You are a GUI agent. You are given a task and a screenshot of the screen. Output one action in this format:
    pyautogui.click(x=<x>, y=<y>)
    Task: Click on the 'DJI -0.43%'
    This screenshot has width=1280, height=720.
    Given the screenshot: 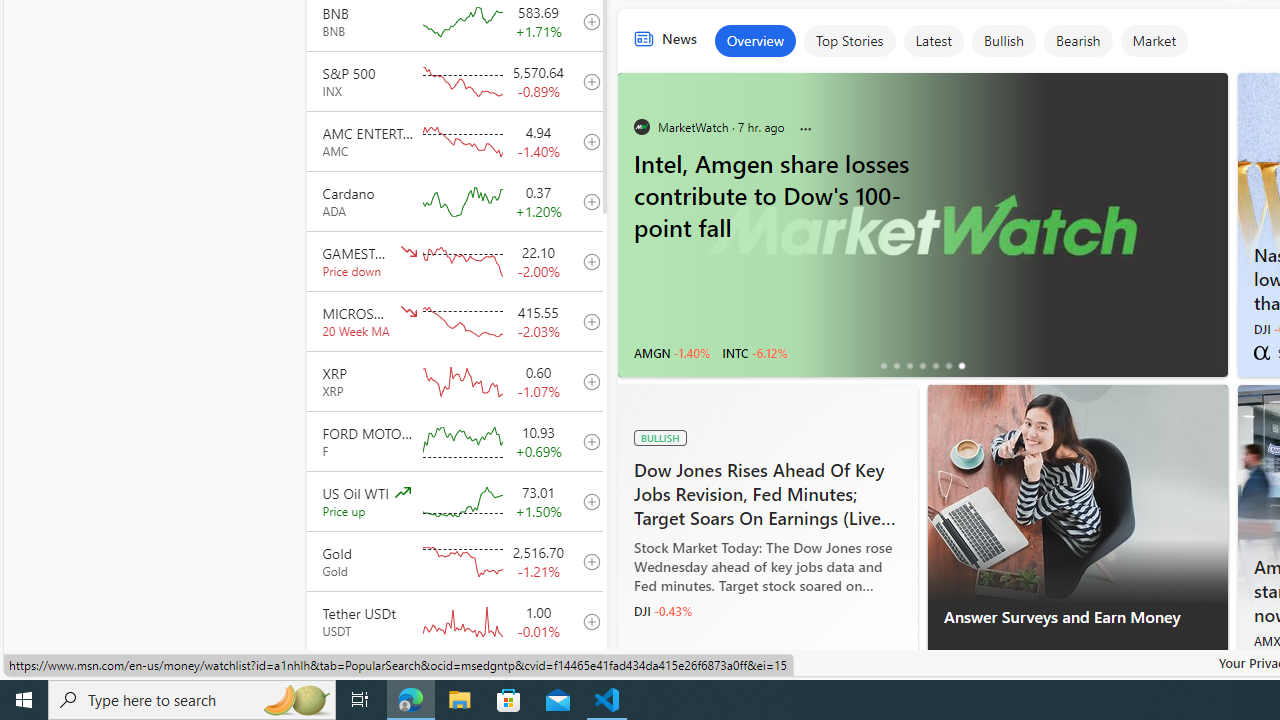 What is the action you would take?
    pyautogui.click(x=663, y=610)
    